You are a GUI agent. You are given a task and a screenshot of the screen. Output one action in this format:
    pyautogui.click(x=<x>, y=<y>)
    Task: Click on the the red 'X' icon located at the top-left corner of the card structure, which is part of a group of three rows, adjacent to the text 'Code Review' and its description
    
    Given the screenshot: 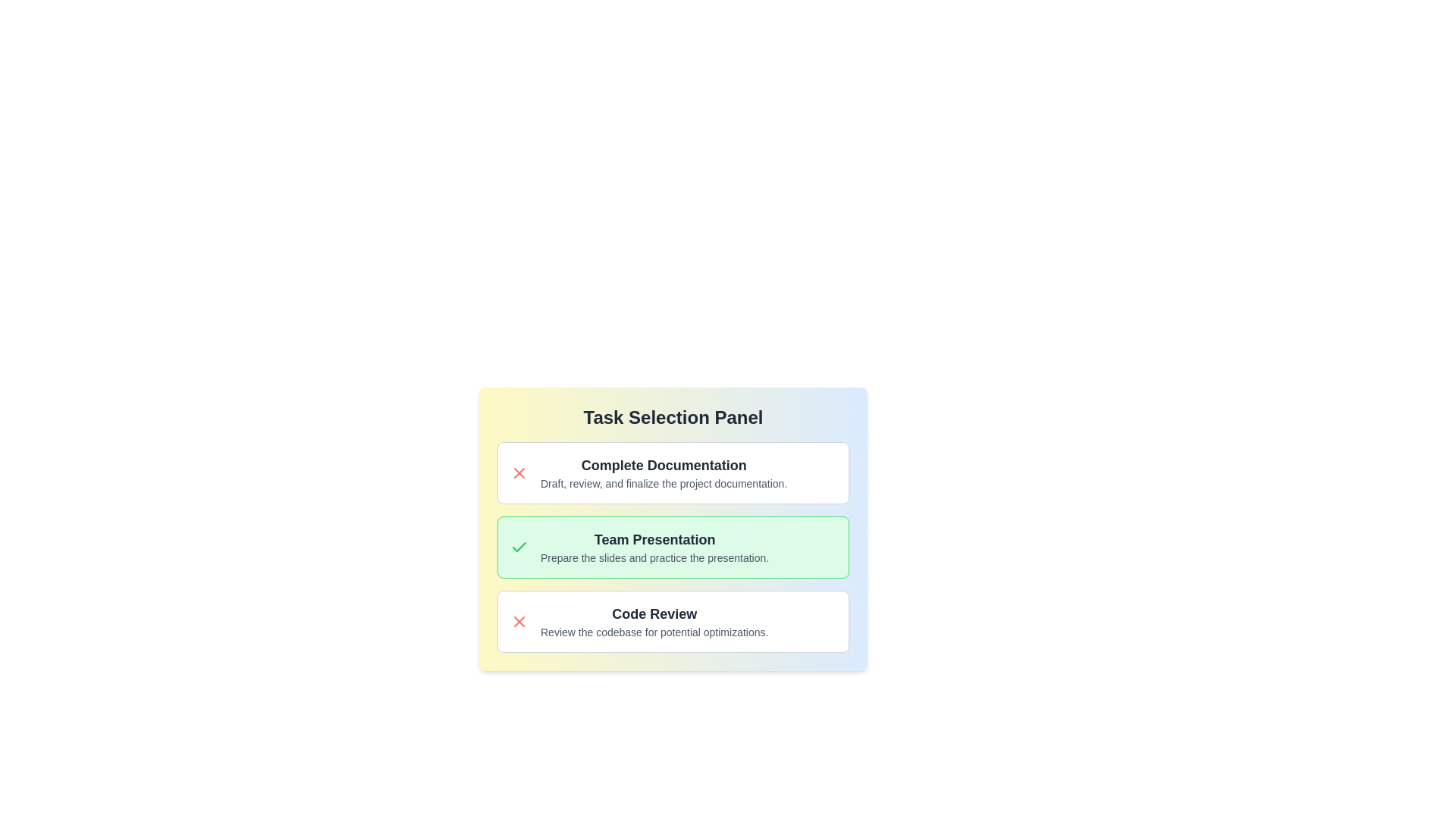 What is the action you would take?
    pyautogui.click(x=519, y=622)
    